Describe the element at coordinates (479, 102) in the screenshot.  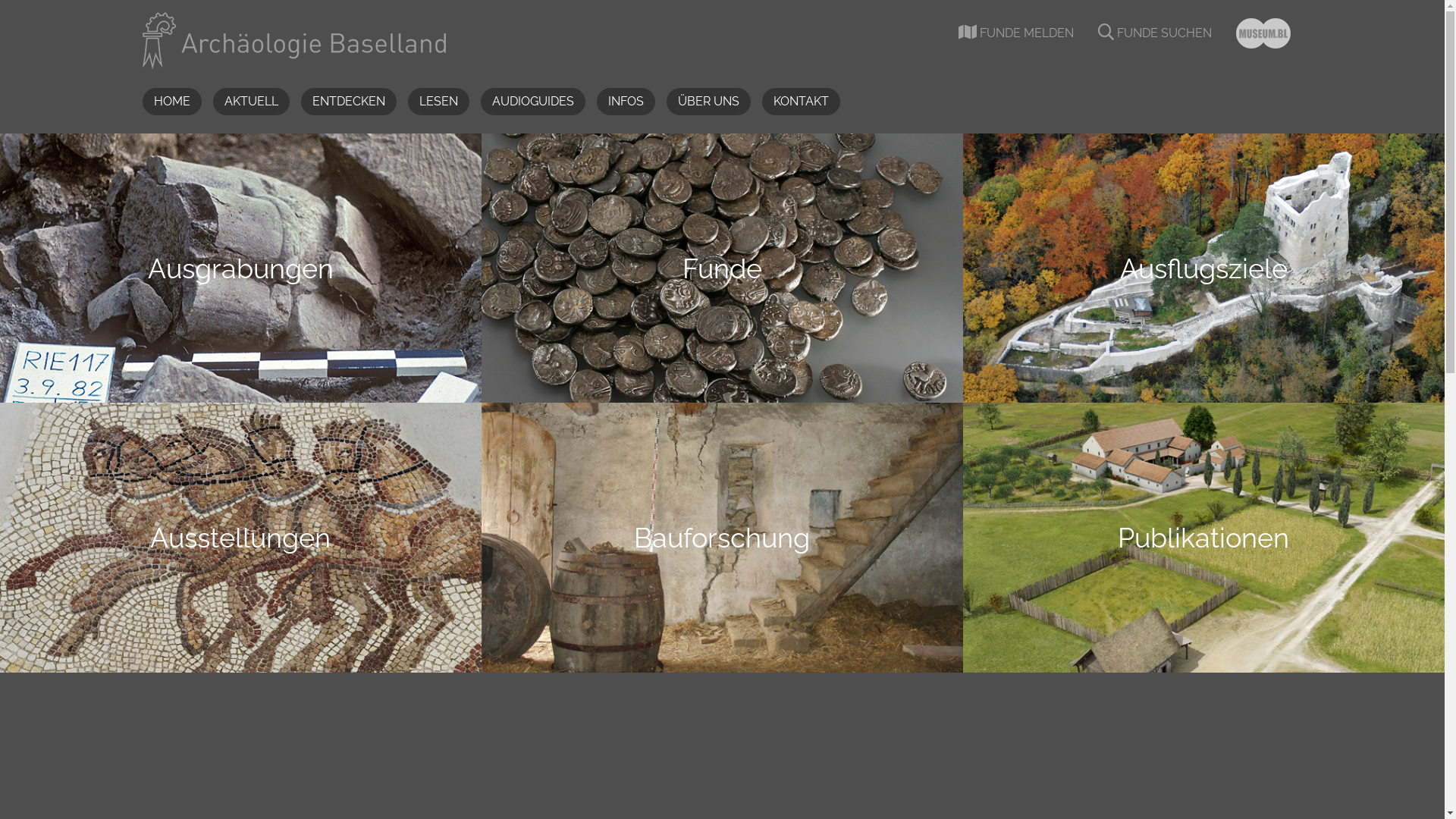
I see `'AUDIOGUIDES'` at that location.